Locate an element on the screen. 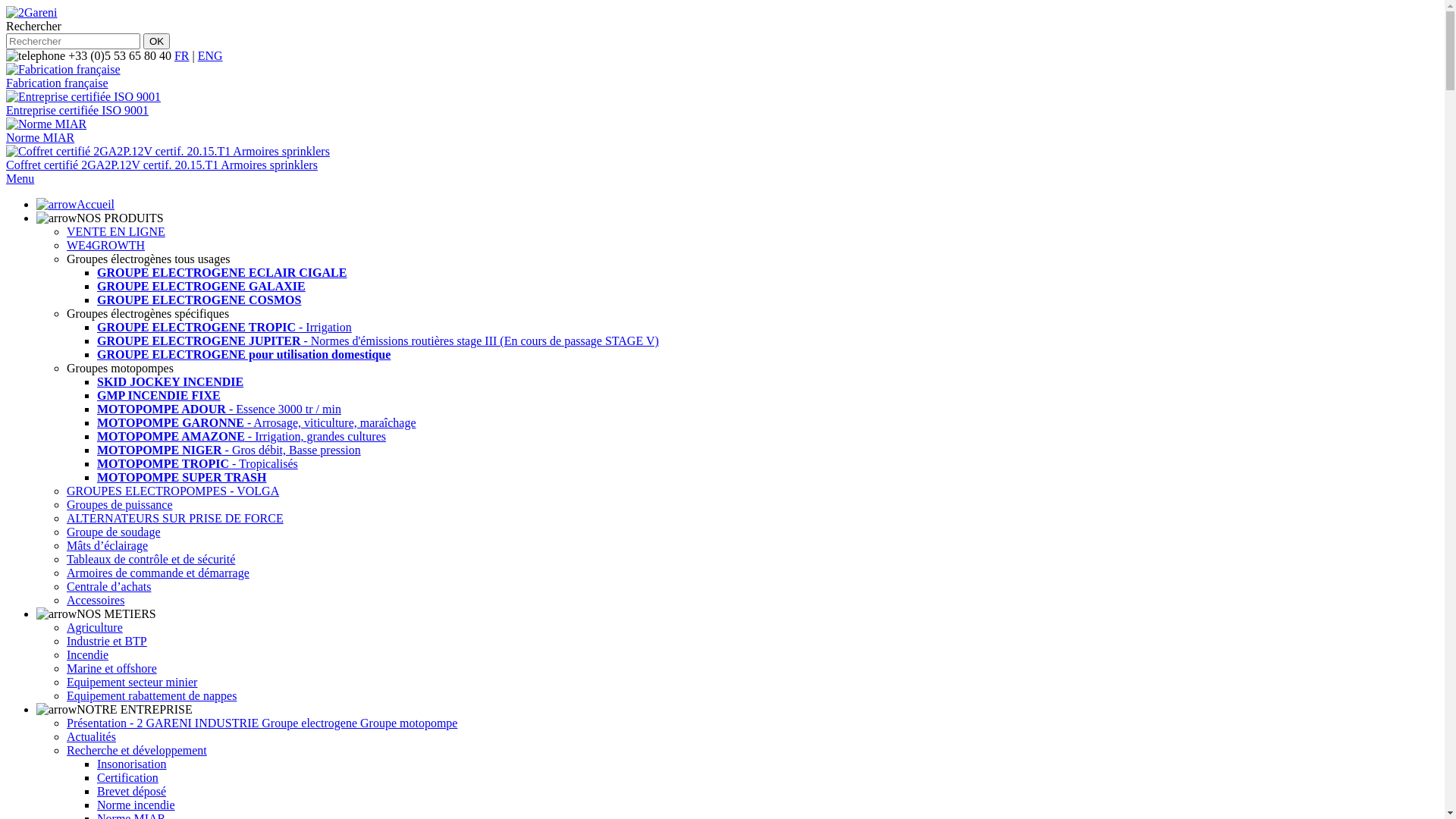  'OK' is located at coordinates (156, 40).